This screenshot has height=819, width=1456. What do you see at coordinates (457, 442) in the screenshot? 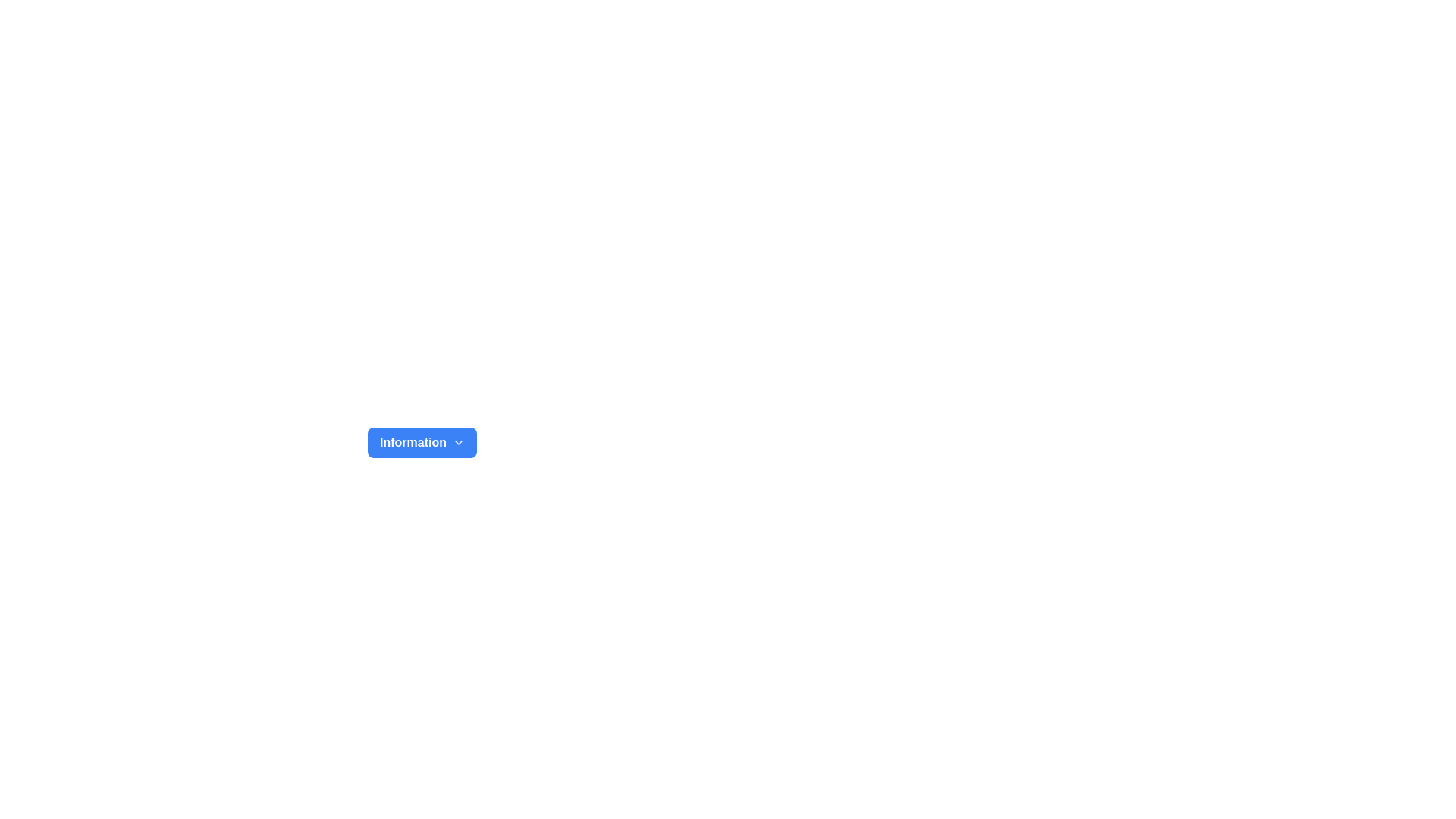
I see `the chevron icon located within the blue 'Information' button` at bounding box center [457, 442].